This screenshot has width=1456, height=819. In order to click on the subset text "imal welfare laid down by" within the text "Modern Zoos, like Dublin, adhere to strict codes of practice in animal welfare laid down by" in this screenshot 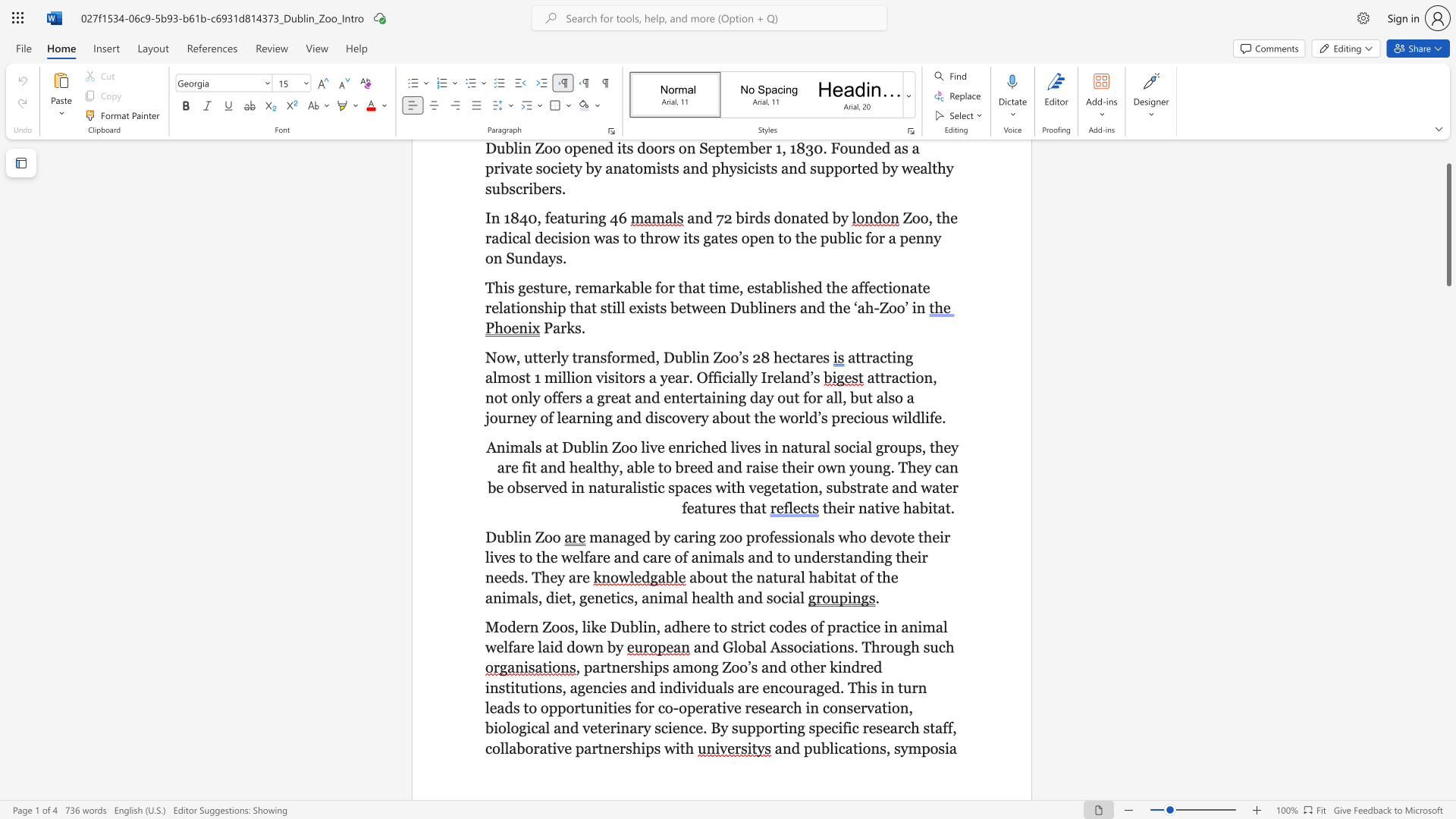, I will do `click(917, 626)`.